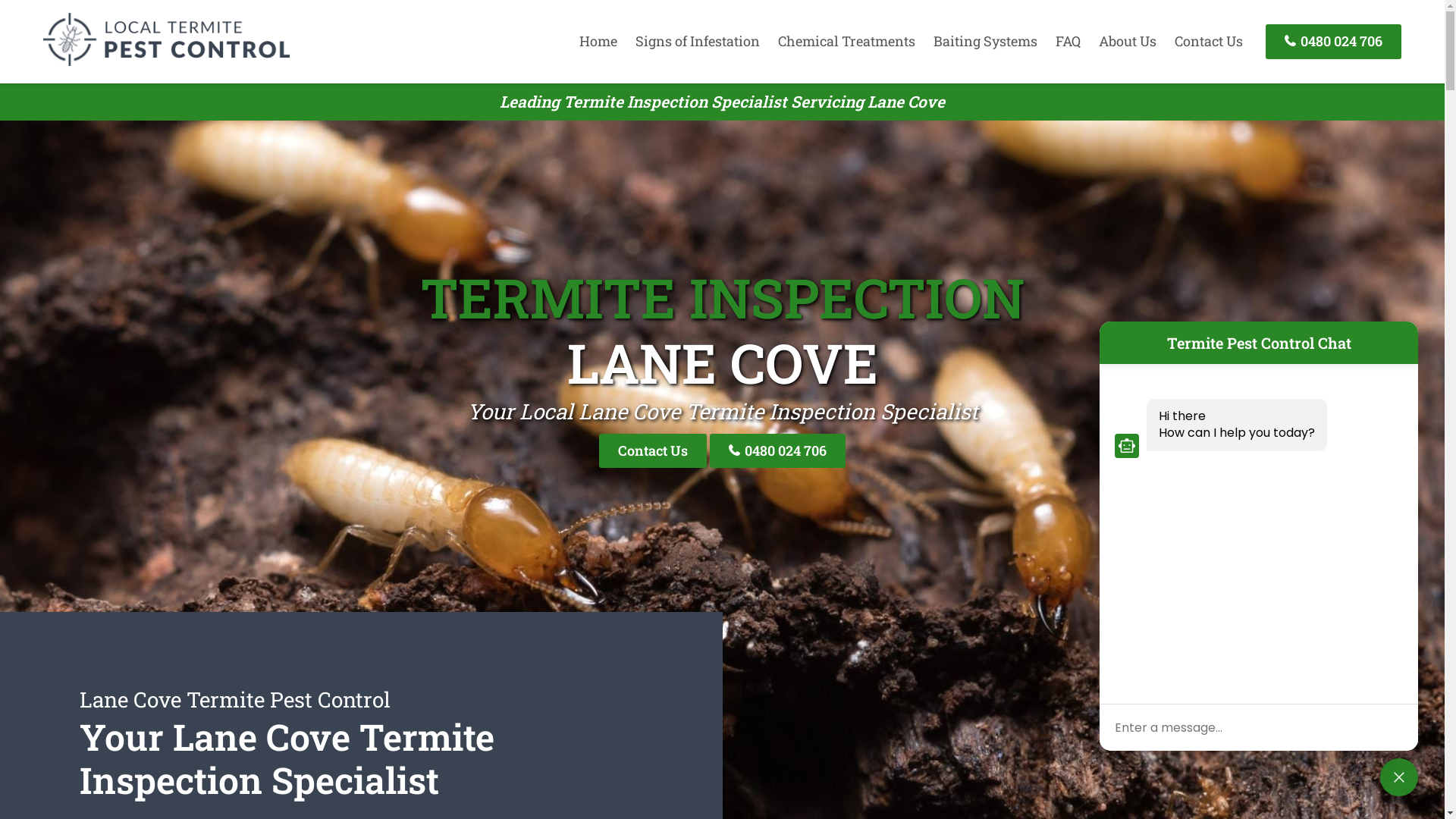 This screenshot has width=1456, height=819. I want to click on 'Chemical Treatments', so click(846, 40).